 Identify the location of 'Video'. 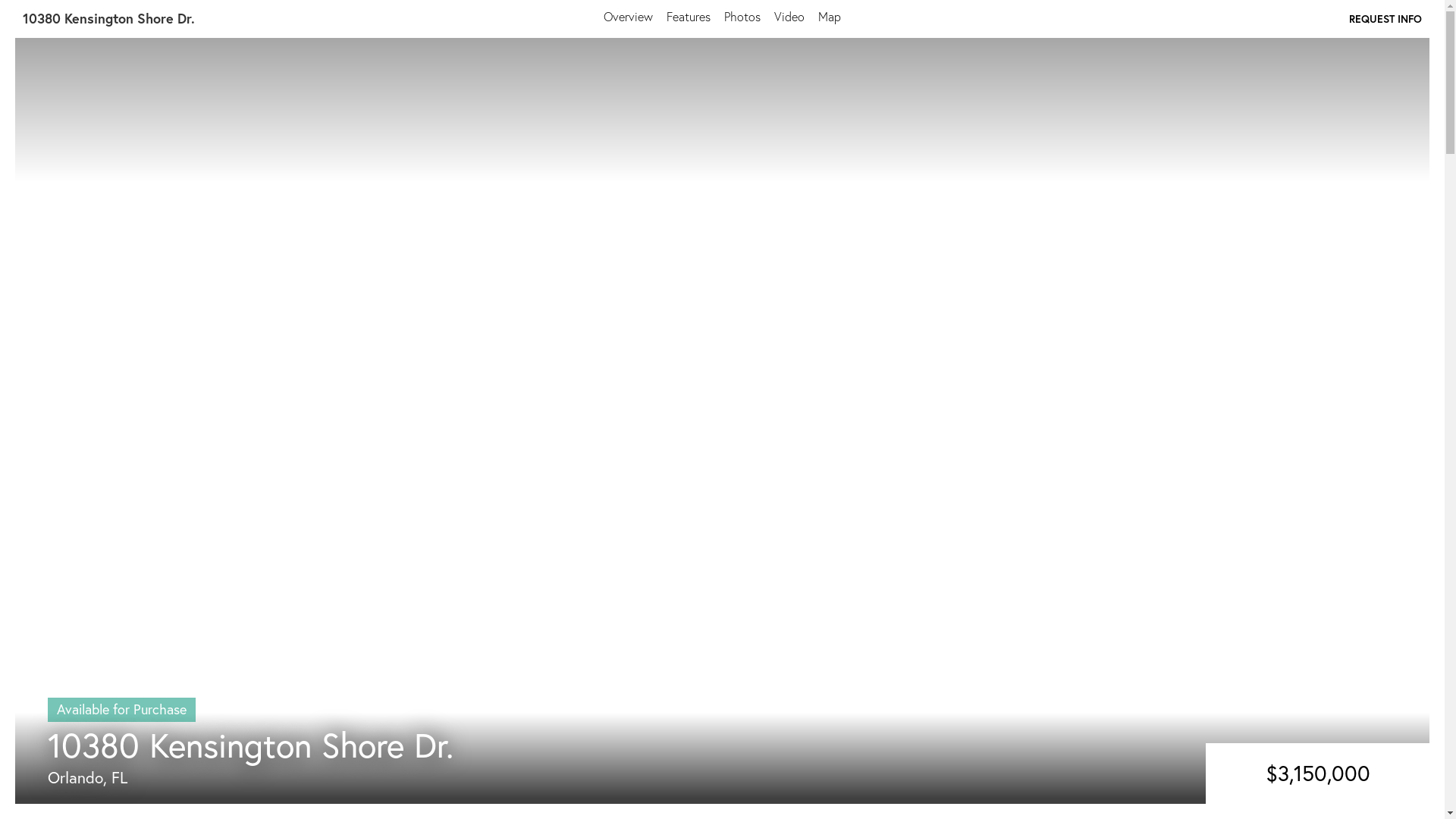
(789, 16).